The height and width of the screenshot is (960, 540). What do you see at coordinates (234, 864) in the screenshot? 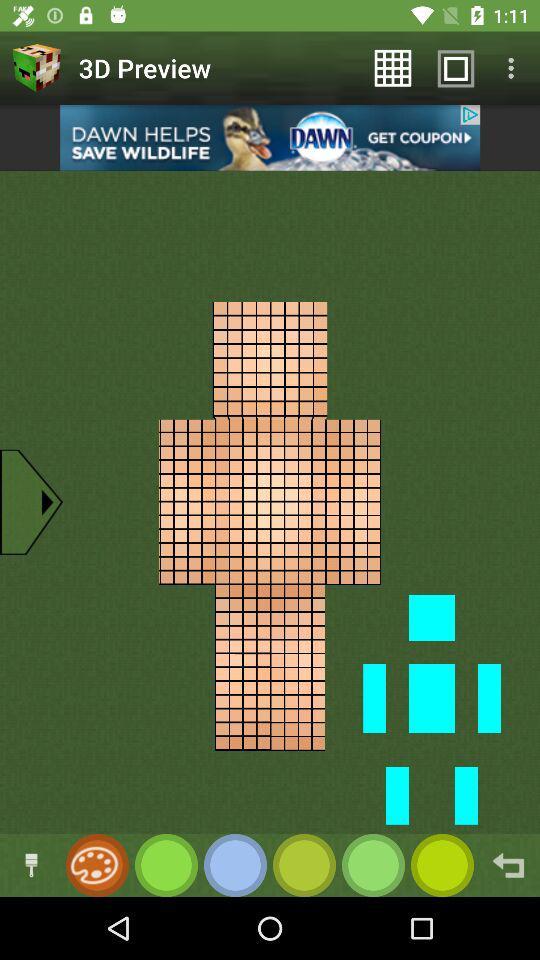
I see `change color to blue` at bounding box center [234, 864].